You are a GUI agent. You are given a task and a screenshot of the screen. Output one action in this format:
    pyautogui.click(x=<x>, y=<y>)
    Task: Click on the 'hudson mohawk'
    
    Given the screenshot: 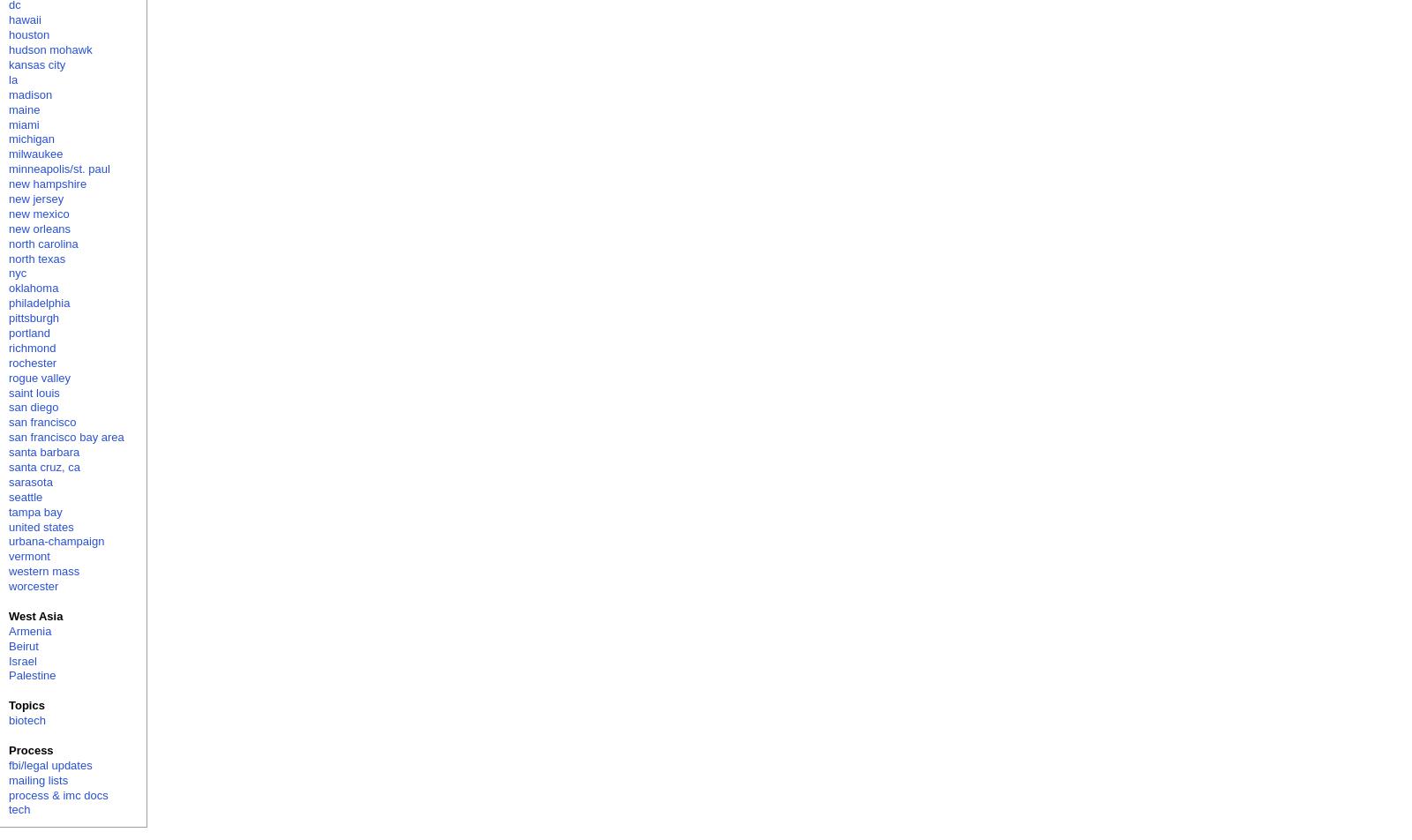 What is the action you would take?
    pyautogui.click(x=49, y=49)
    